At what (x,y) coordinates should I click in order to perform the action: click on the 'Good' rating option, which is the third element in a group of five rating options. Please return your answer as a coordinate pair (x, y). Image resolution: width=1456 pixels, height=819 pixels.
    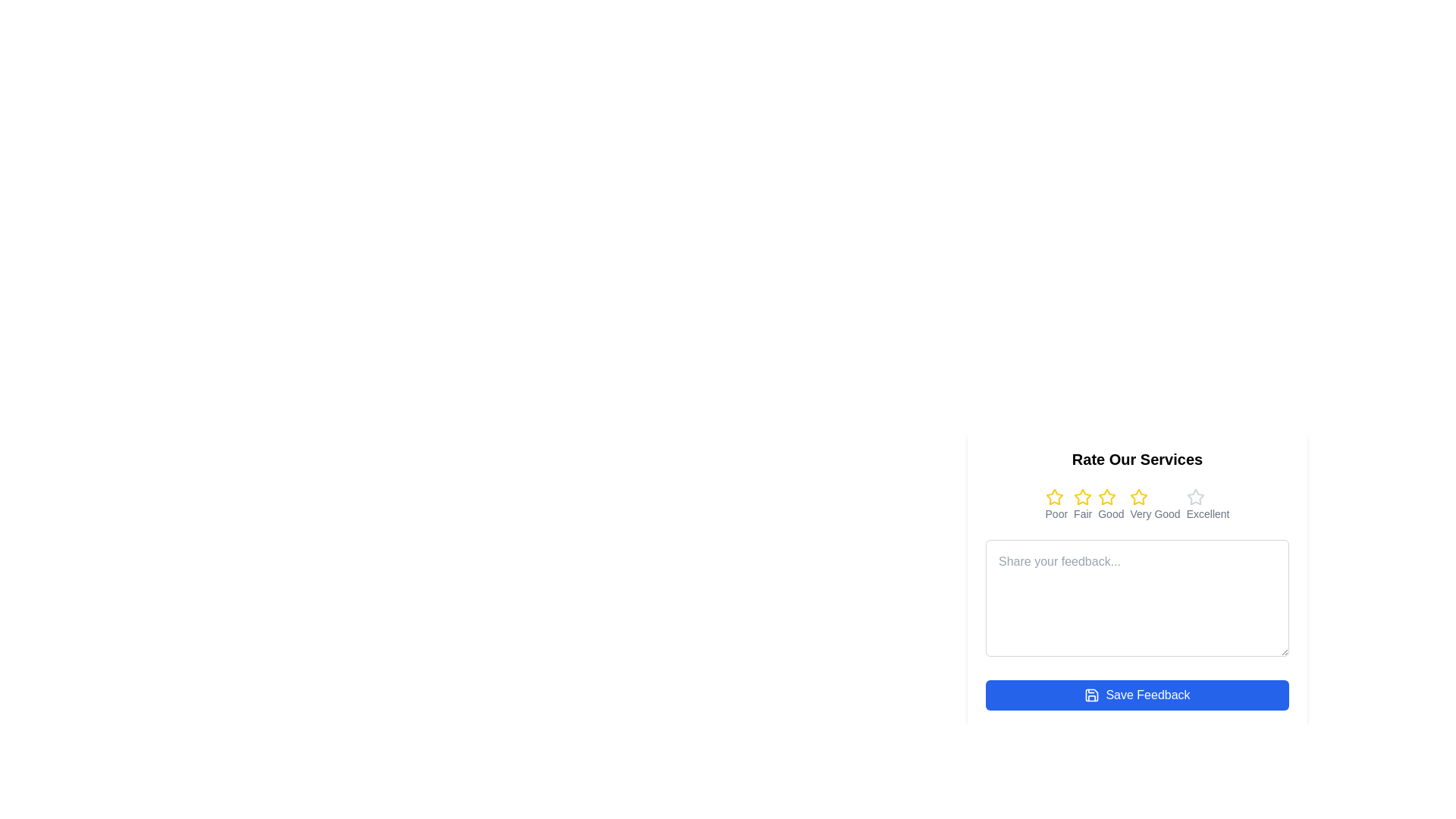
    Looking at the image, I should click on (1111, 505).